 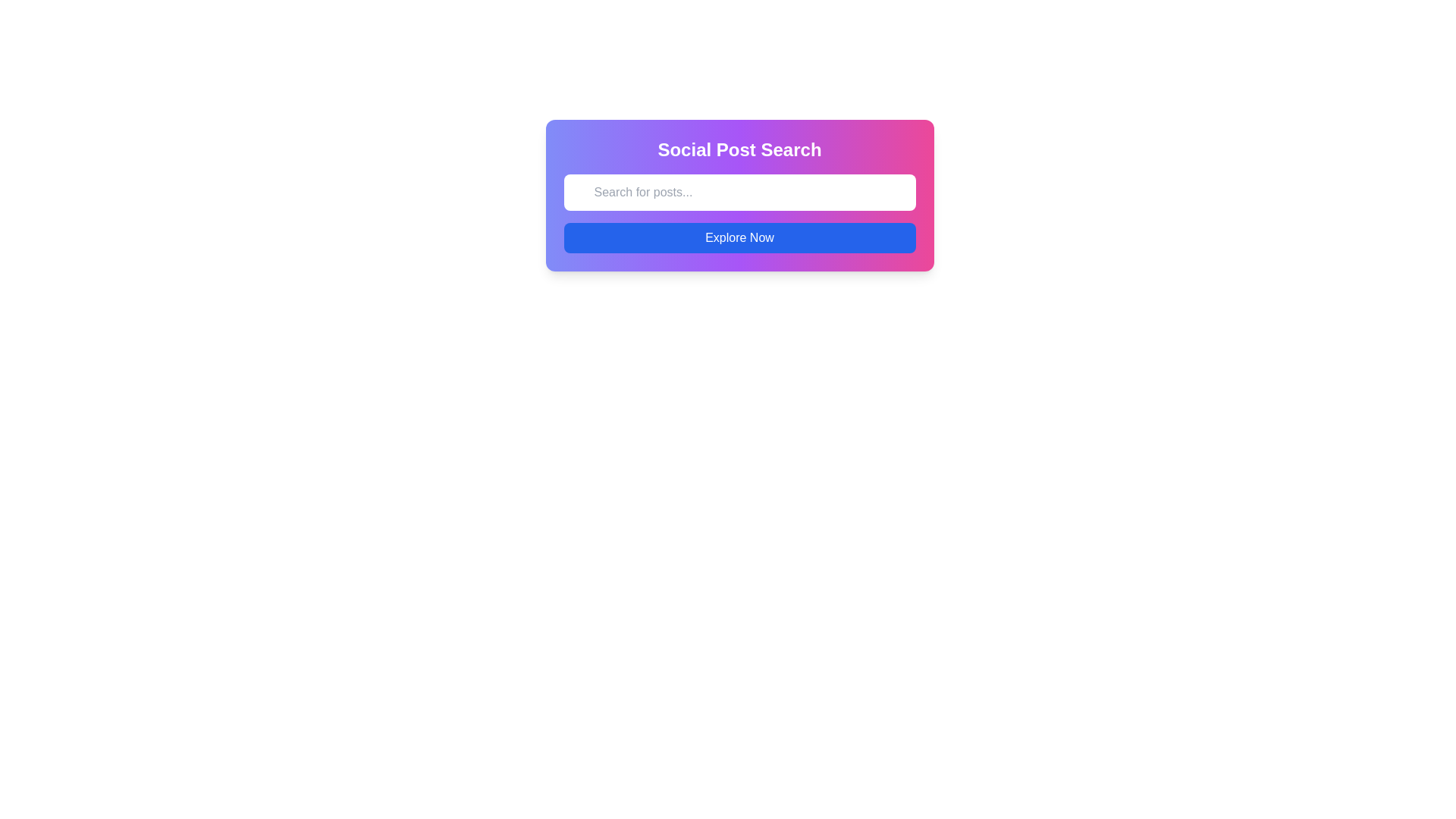 What do you see at coordinates (739, 237) in the screenshot?
I see `the call-to-action button located at the bottom of the gradient background card, directly below the text input and the title 'Social Post Search', to initiate an action` at bounding box center [739, 237].